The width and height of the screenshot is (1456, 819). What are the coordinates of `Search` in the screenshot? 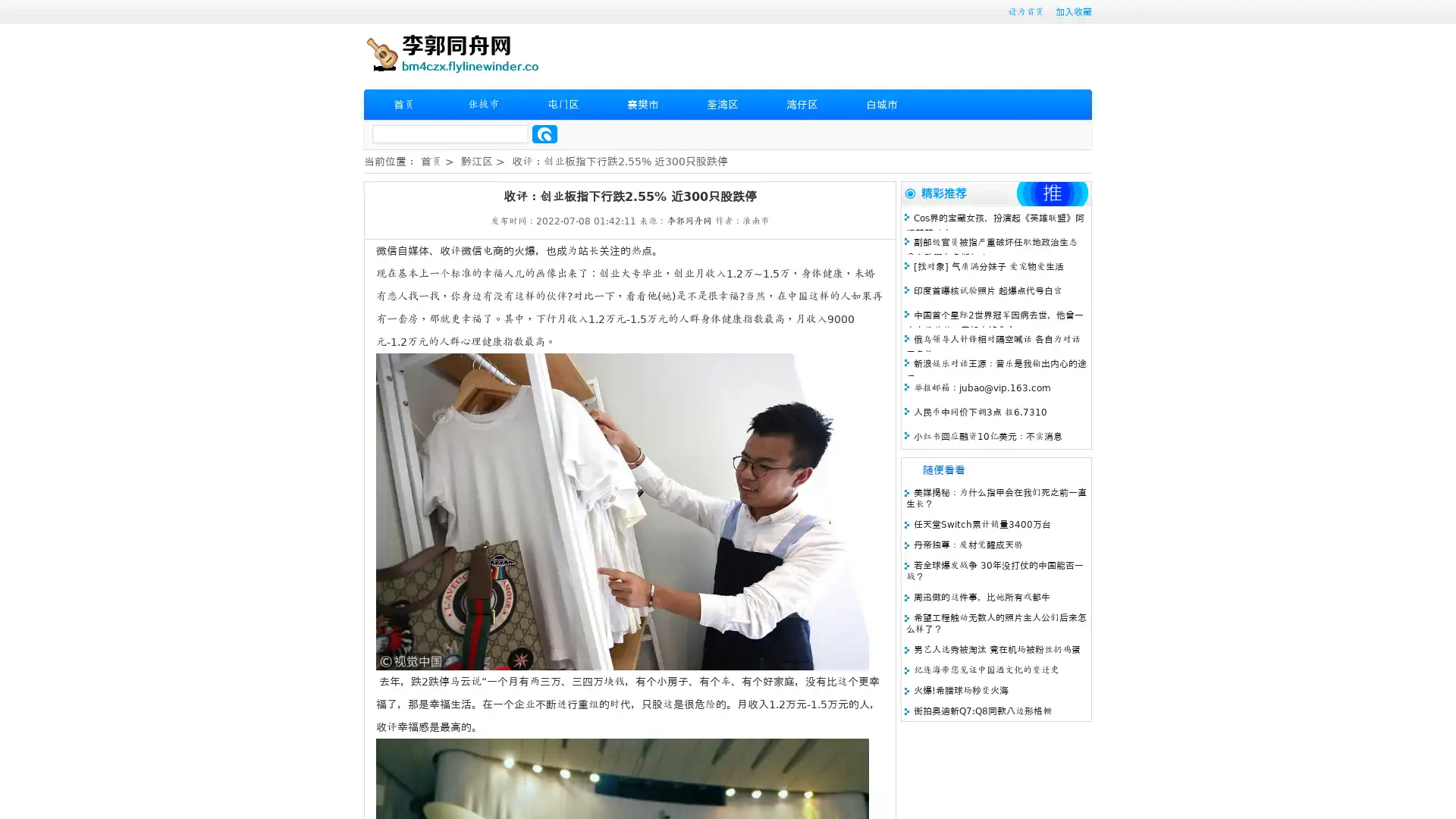 It's located at (544, 133).